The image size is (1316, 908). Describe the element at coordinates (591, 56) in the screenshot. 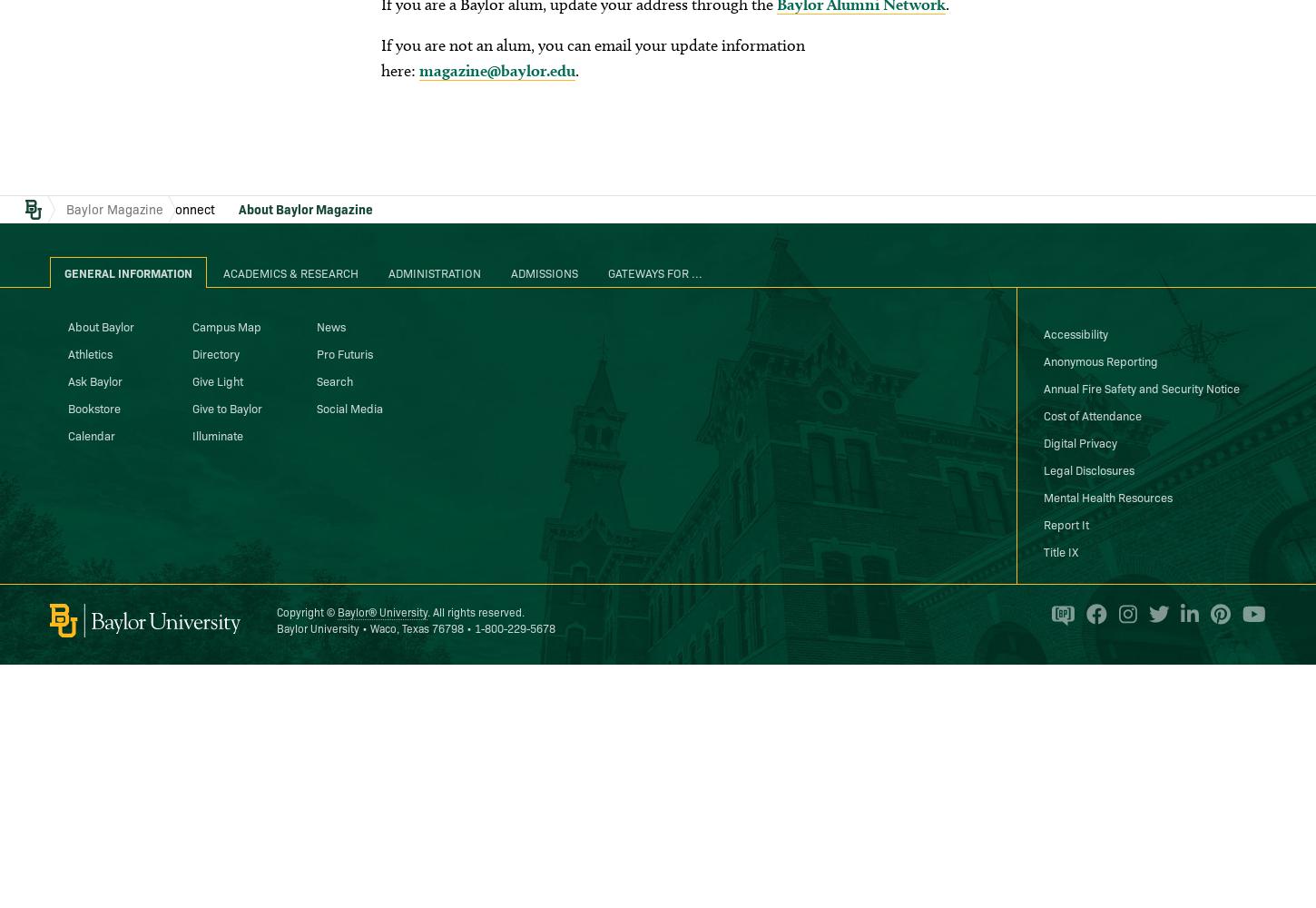

I see `'If you are not an alum, you can email your update information here:'` at that location.